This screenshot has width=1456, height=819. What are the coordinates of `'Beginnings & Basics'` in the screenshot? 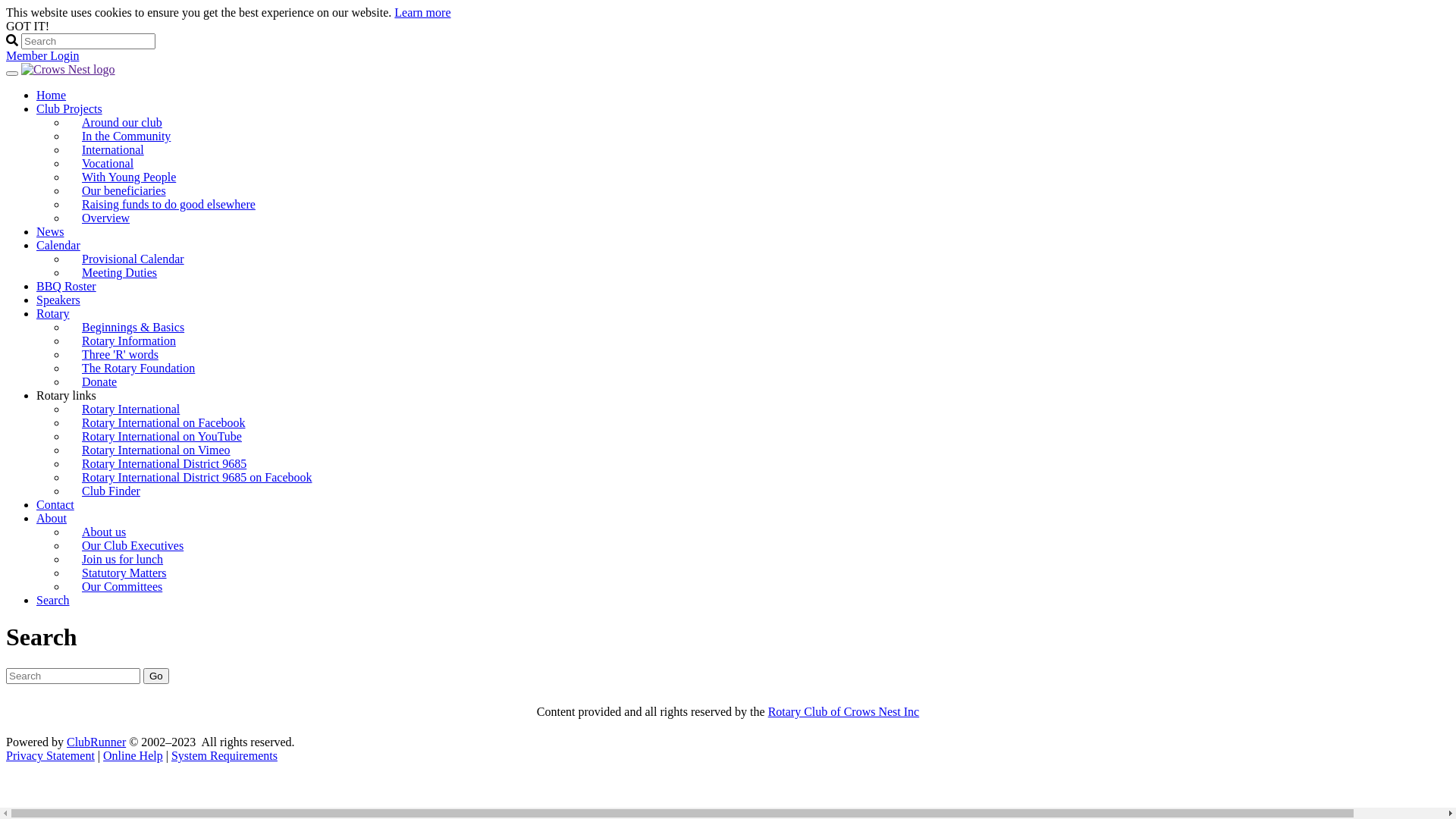 It's located at (133, 326).